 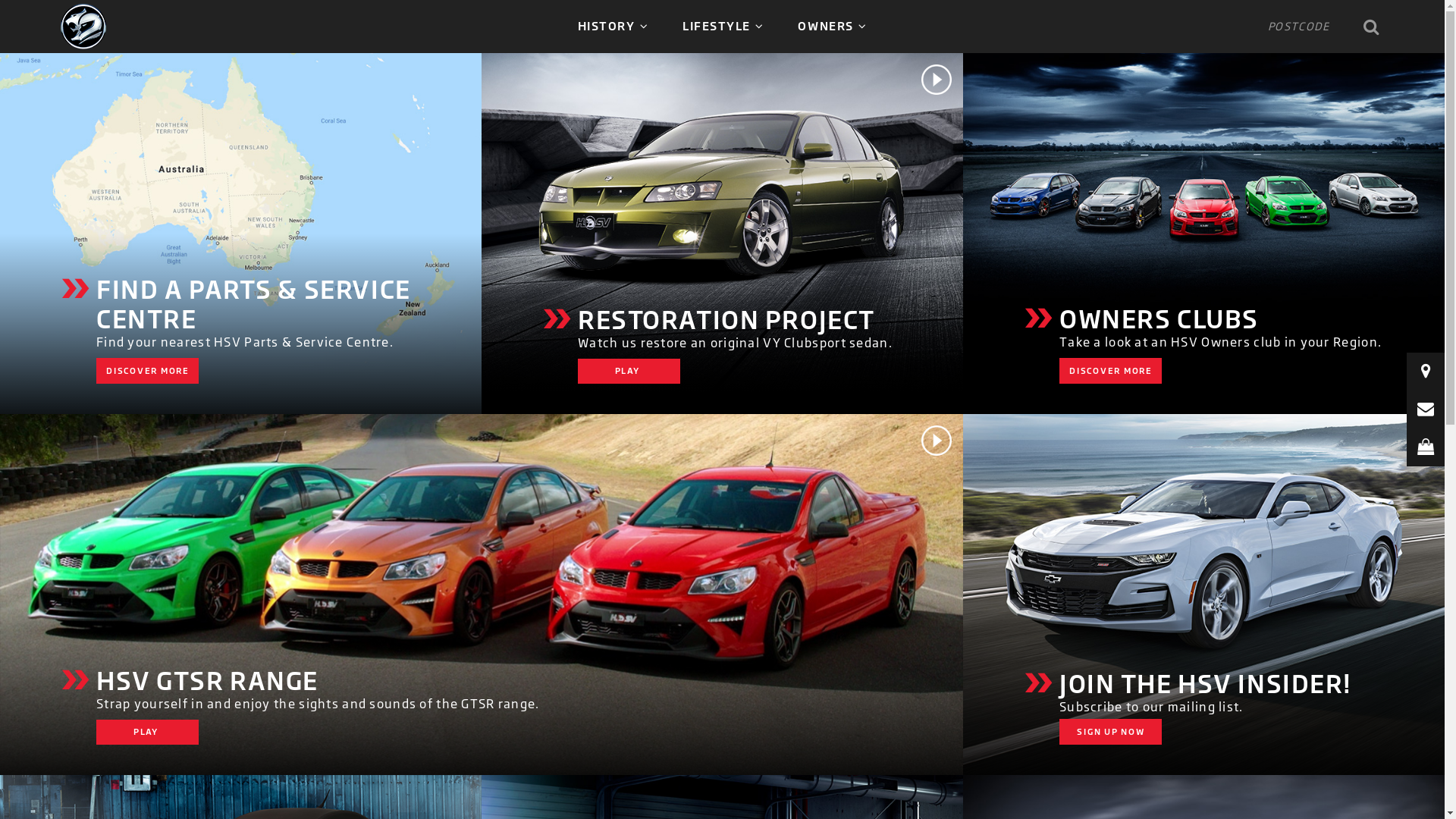 What do you see at coordinates (613, 26) in the screenshot?
I see `'HISTORY'` at bounding box center [613, 26].